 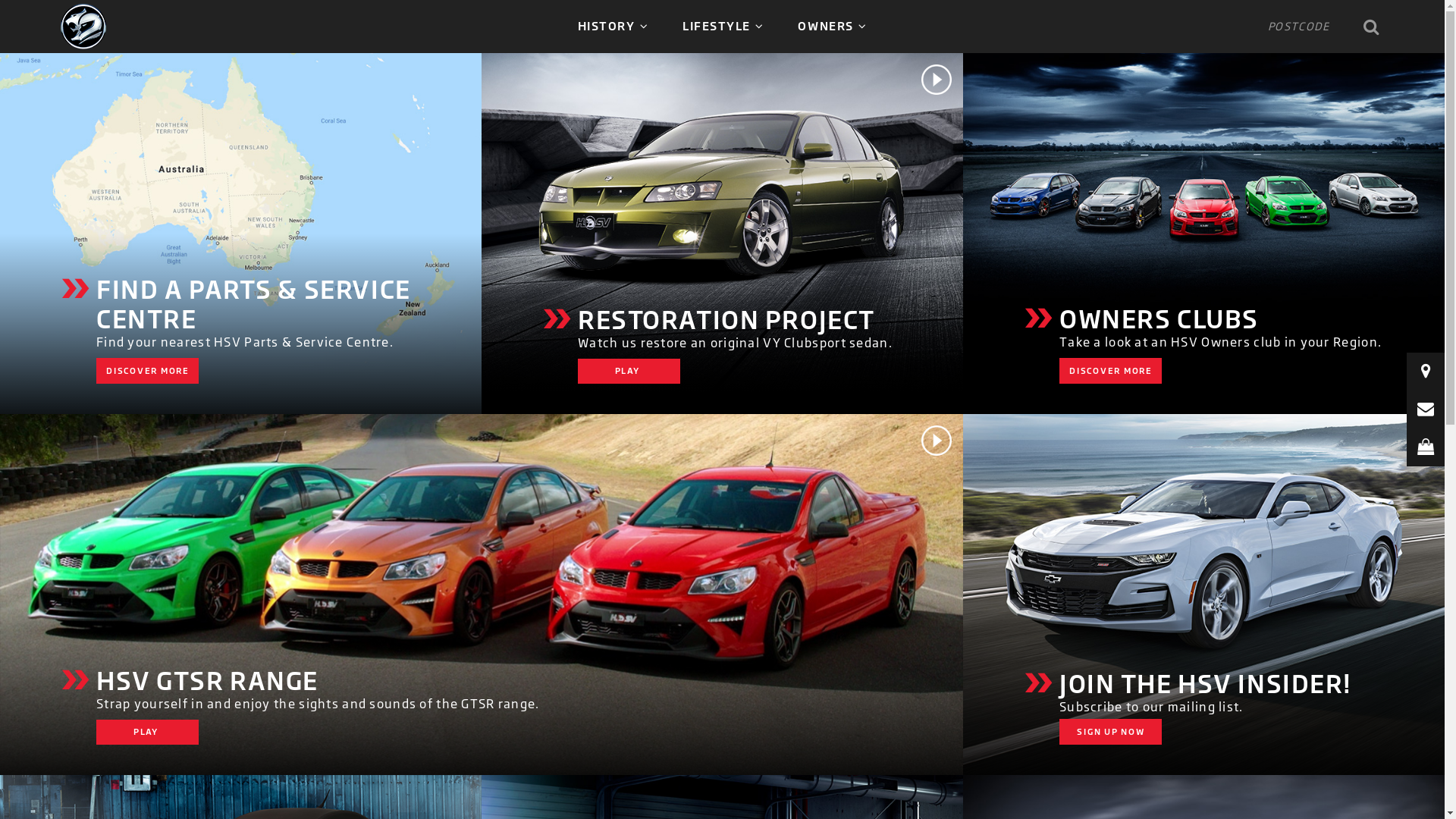 What do you see at coordinates (613, 26) in the screenshot?
I see `'HISTORY'` at bounding box center [613, 26].